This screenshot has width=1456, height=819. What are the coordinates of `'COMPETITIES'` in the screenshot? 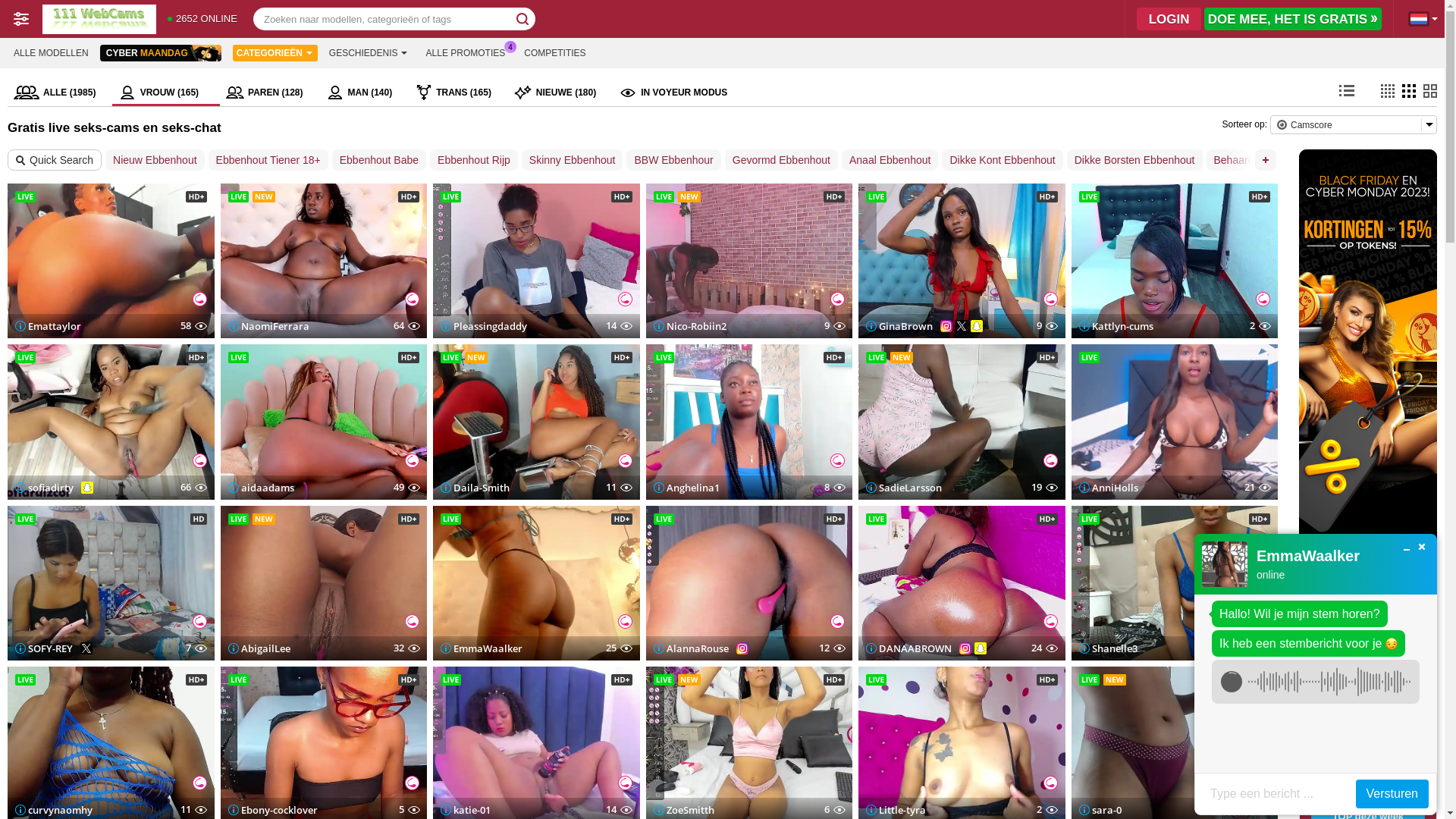 It's located at (516, 52).